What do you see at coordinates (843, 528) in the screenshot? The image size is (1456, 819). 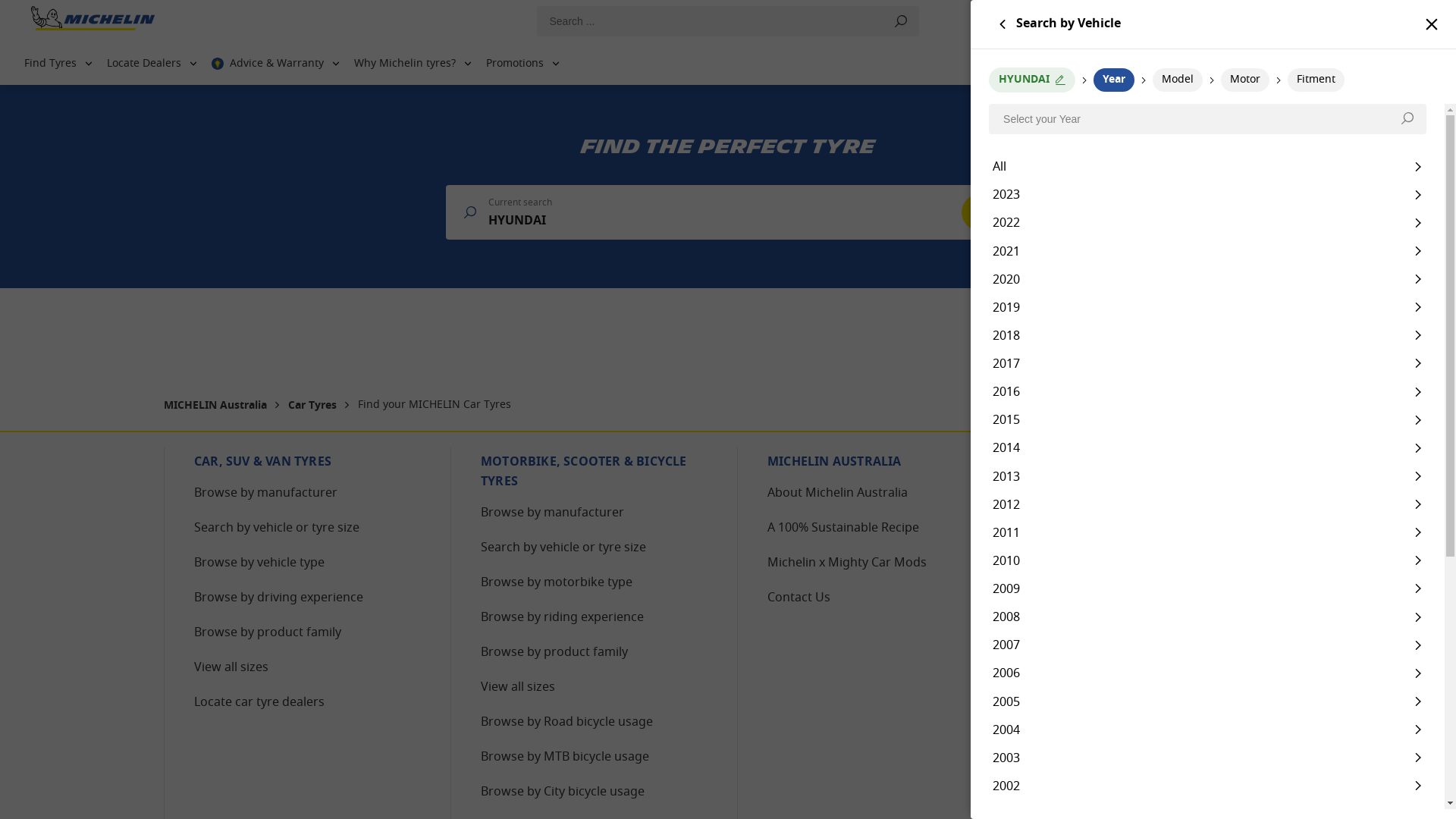 I see `'A 100% Sustainable Recipe'` at bounding box center [843, 528].